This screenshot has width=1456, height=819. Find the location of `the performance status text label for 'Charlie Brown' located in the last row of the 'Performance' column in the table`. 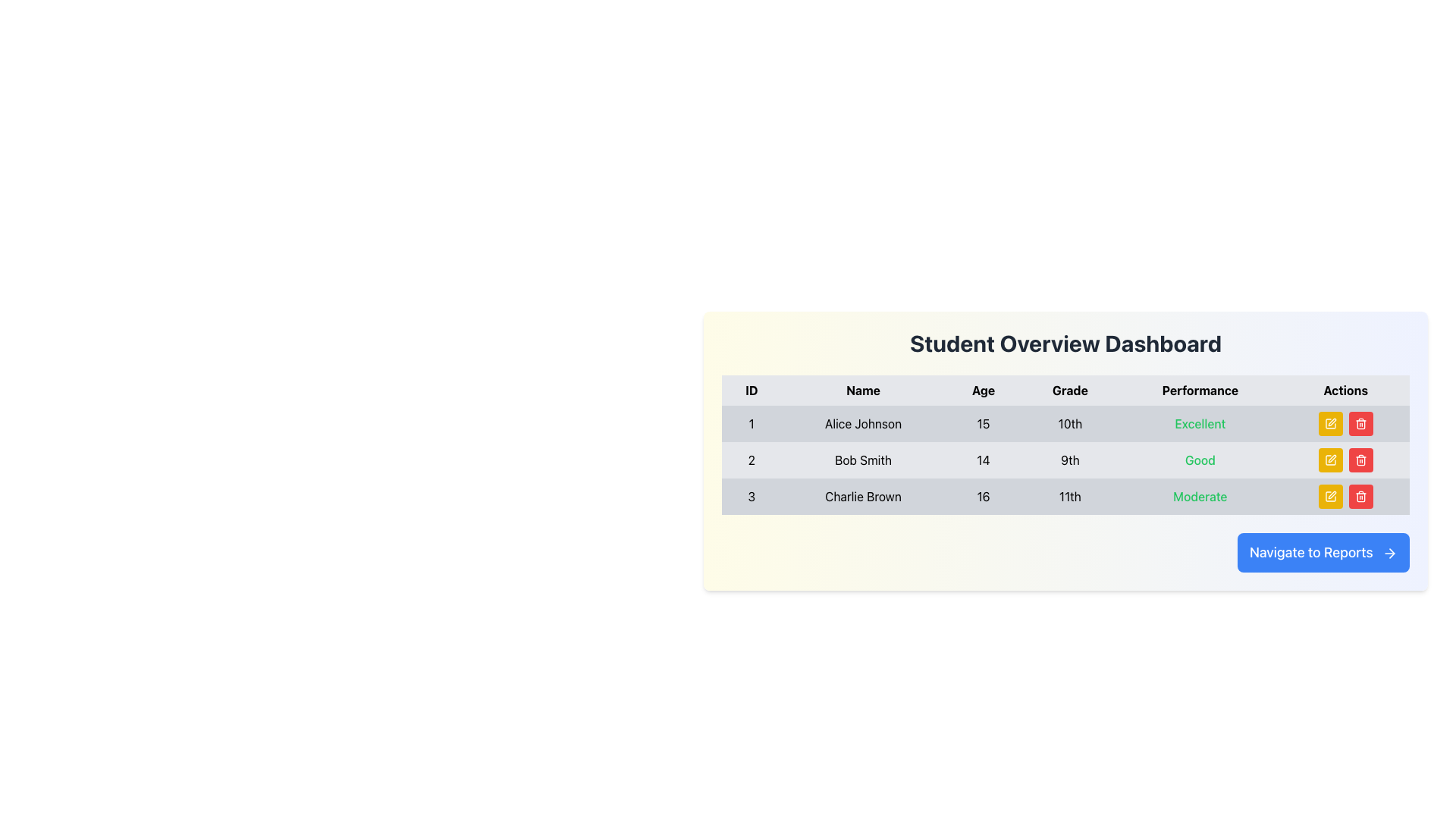

the performance status text label for 'Charlie Brown' located in the last row of the 'Performance' column in the table is located at coordinates (1199, 497).